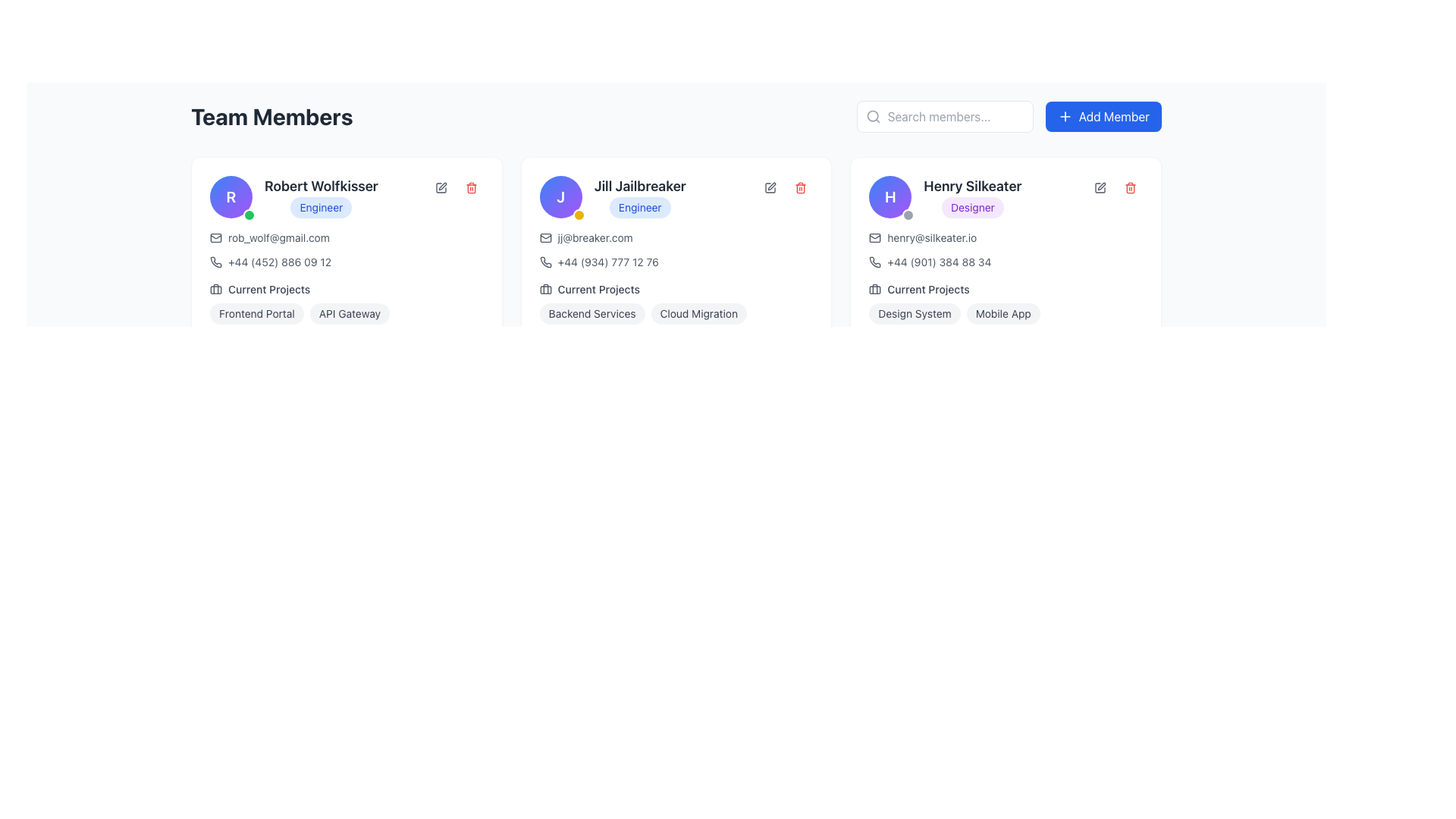 The image size is (1456, 819). What do you see at coordinates (676, 237) in the screenshot?
I see `the text link displaying the user's email address for 'Jill Jailbreaker'` at bounding box center [676, 237].